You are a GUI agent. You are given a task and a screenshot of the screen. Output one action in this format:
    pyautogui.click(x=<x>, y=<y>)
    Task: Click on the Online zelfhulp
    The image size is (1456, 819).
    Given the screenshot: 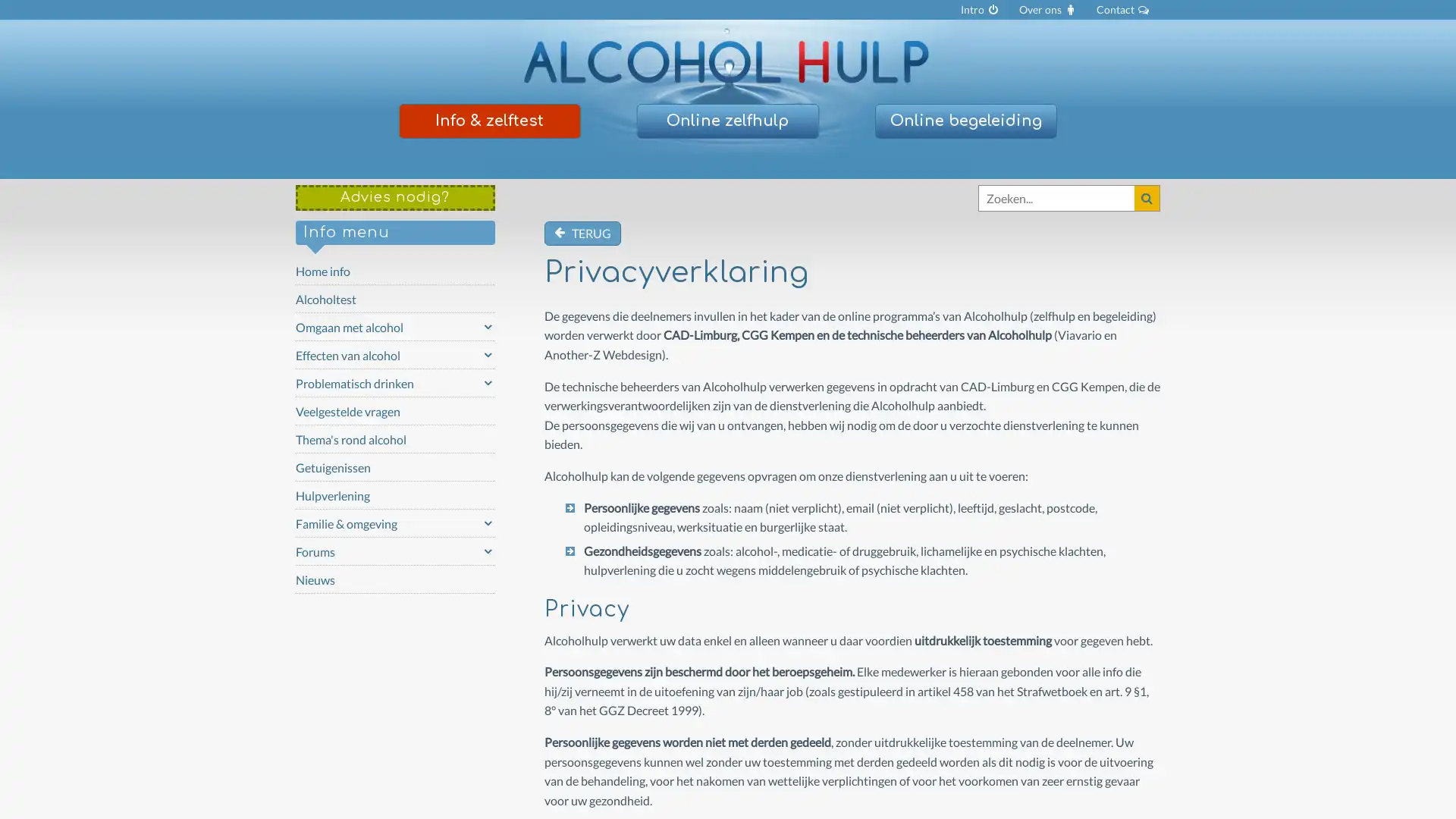 What is the action you would take?
    pyautogui.click(x=726, y=120)
    